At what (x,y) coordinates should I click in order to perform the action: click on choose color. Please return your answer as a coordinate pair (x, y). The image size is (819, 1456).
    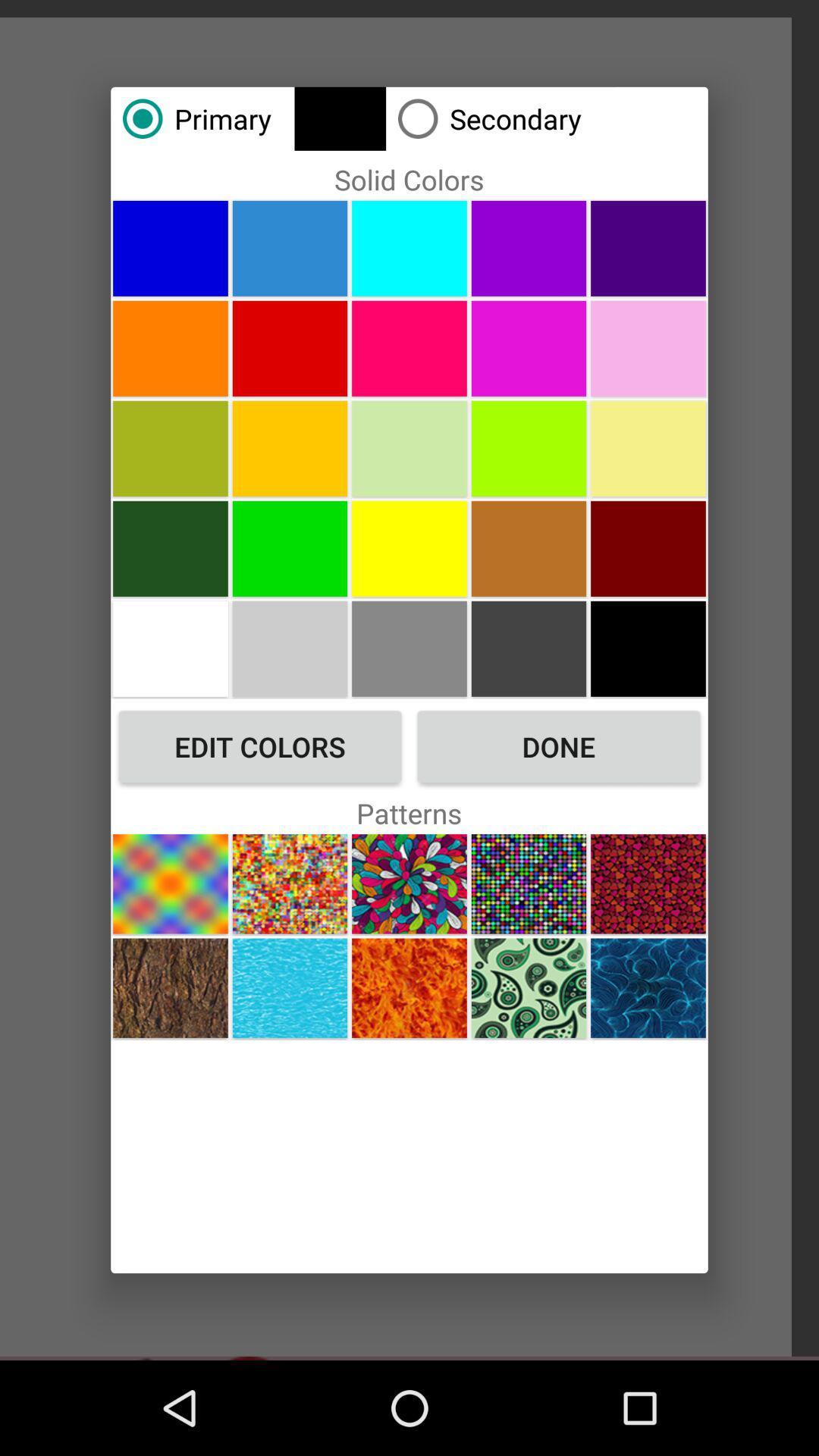
    Looking at the image, I should click on (528, 347).